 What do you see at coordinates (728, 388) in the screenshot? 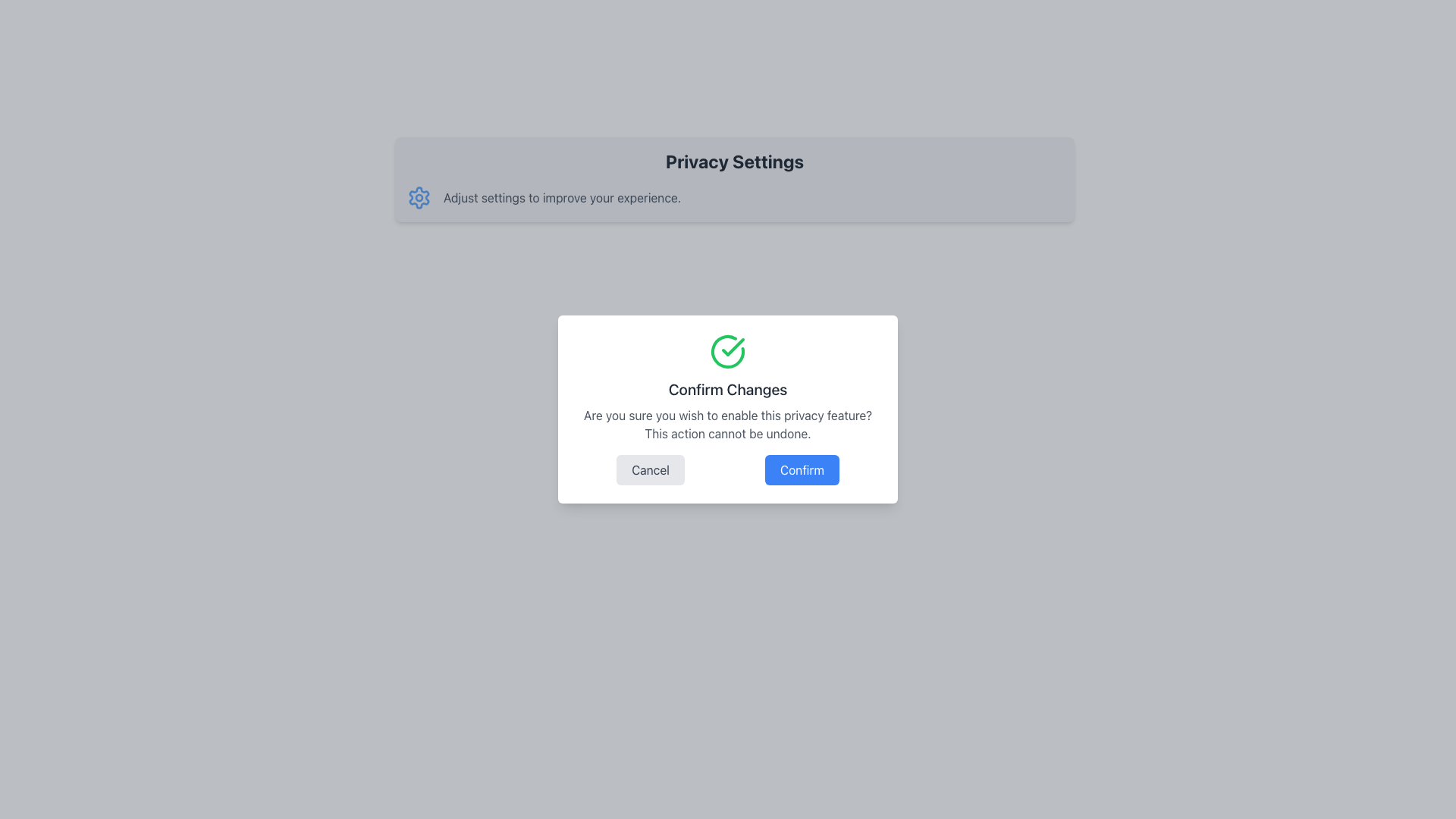
I see `the Informative Display section containing the title 'Confirm Changes' and the descriptive message about enabling a privacy feature, which is located near the top-center of the modal dialog` at bounding box center [728, 388].